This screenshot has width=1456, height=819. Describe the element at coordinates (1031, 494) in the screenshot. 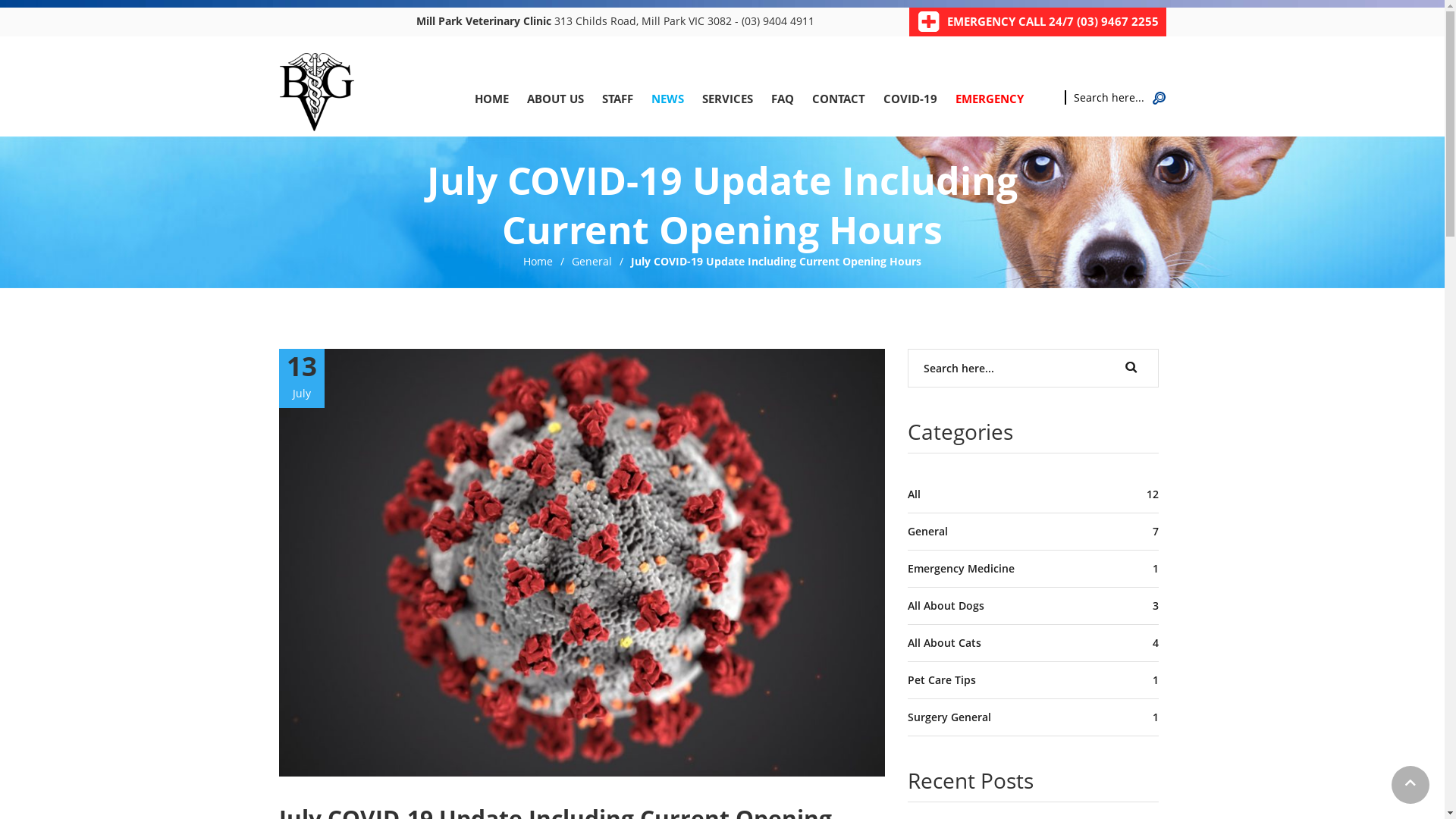

I see `'All` at that location.